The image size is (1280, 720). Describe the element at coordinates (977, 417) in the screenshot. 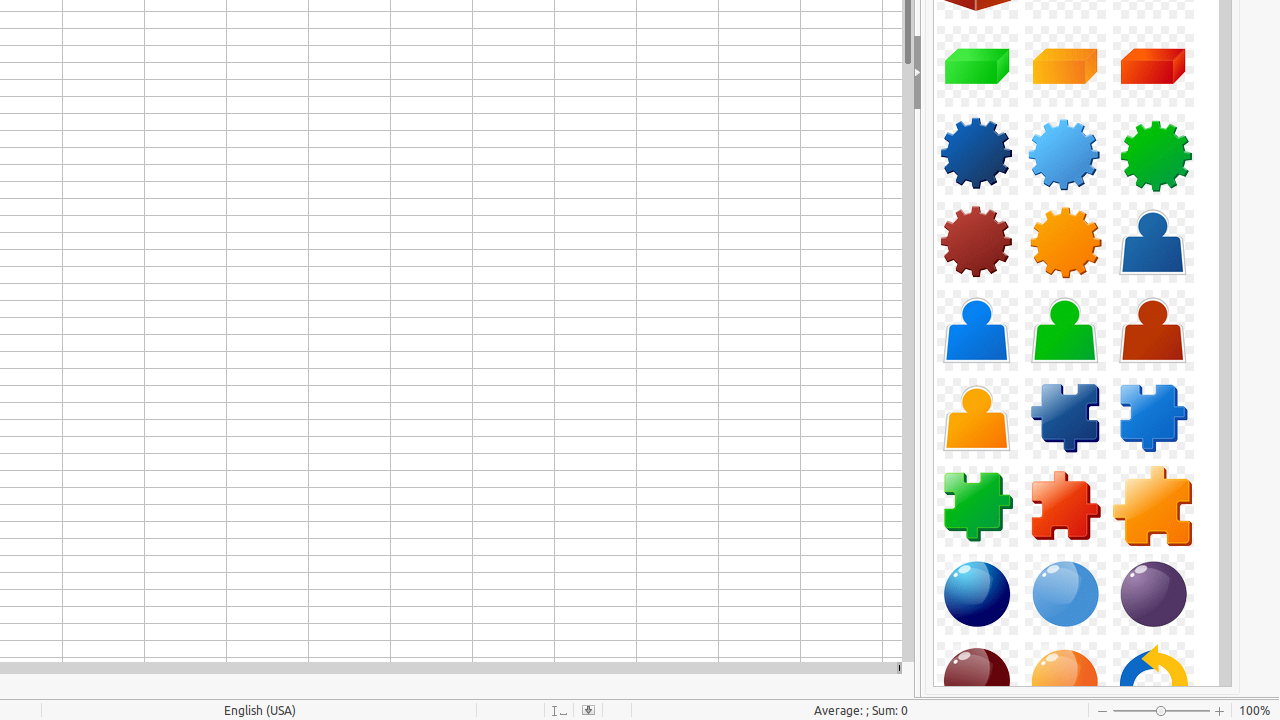

I see `'Component-Person05-Orange'` at that location.